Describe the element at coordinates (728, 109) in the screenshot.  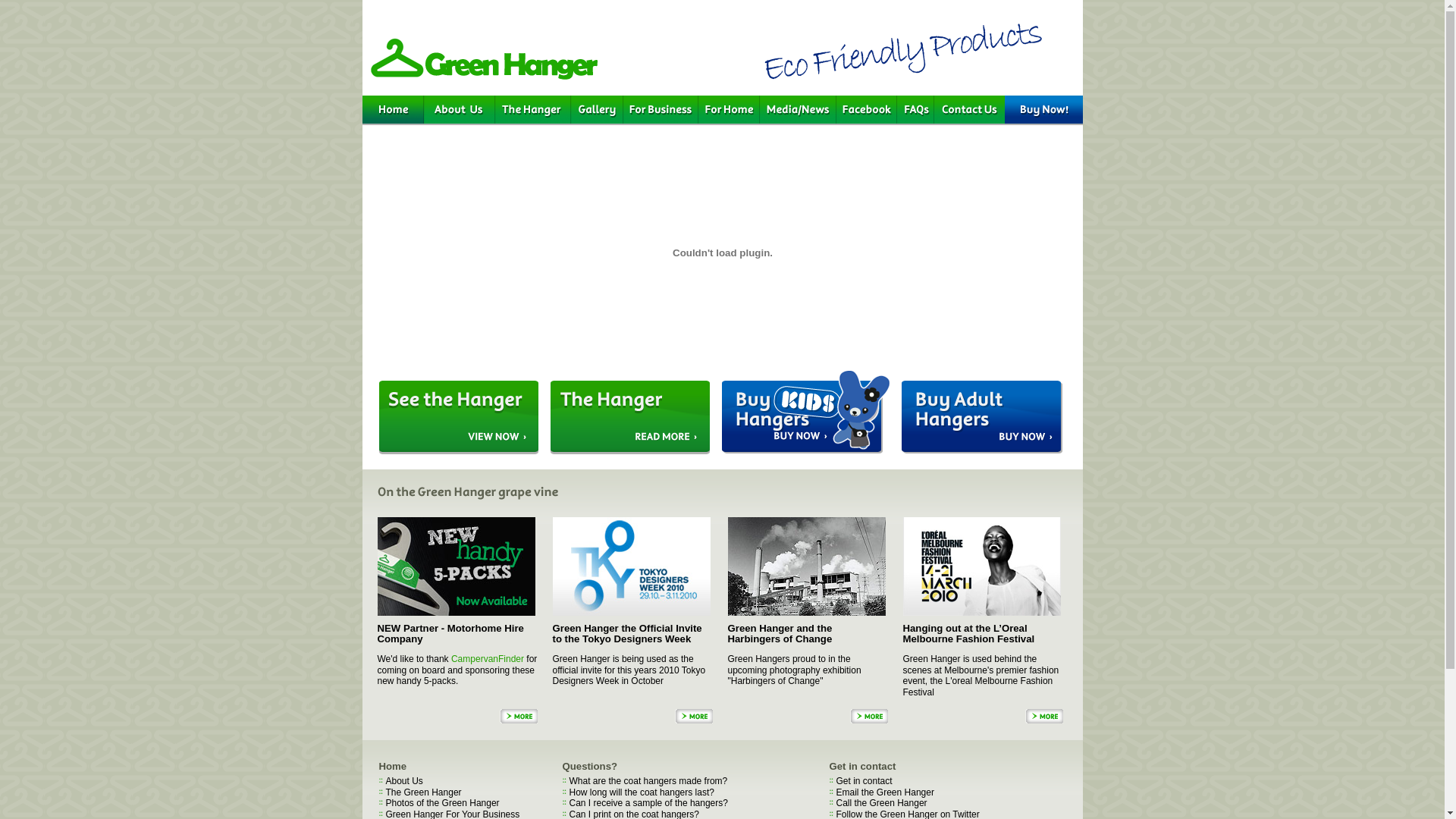
I see `'For Home'` at that location.